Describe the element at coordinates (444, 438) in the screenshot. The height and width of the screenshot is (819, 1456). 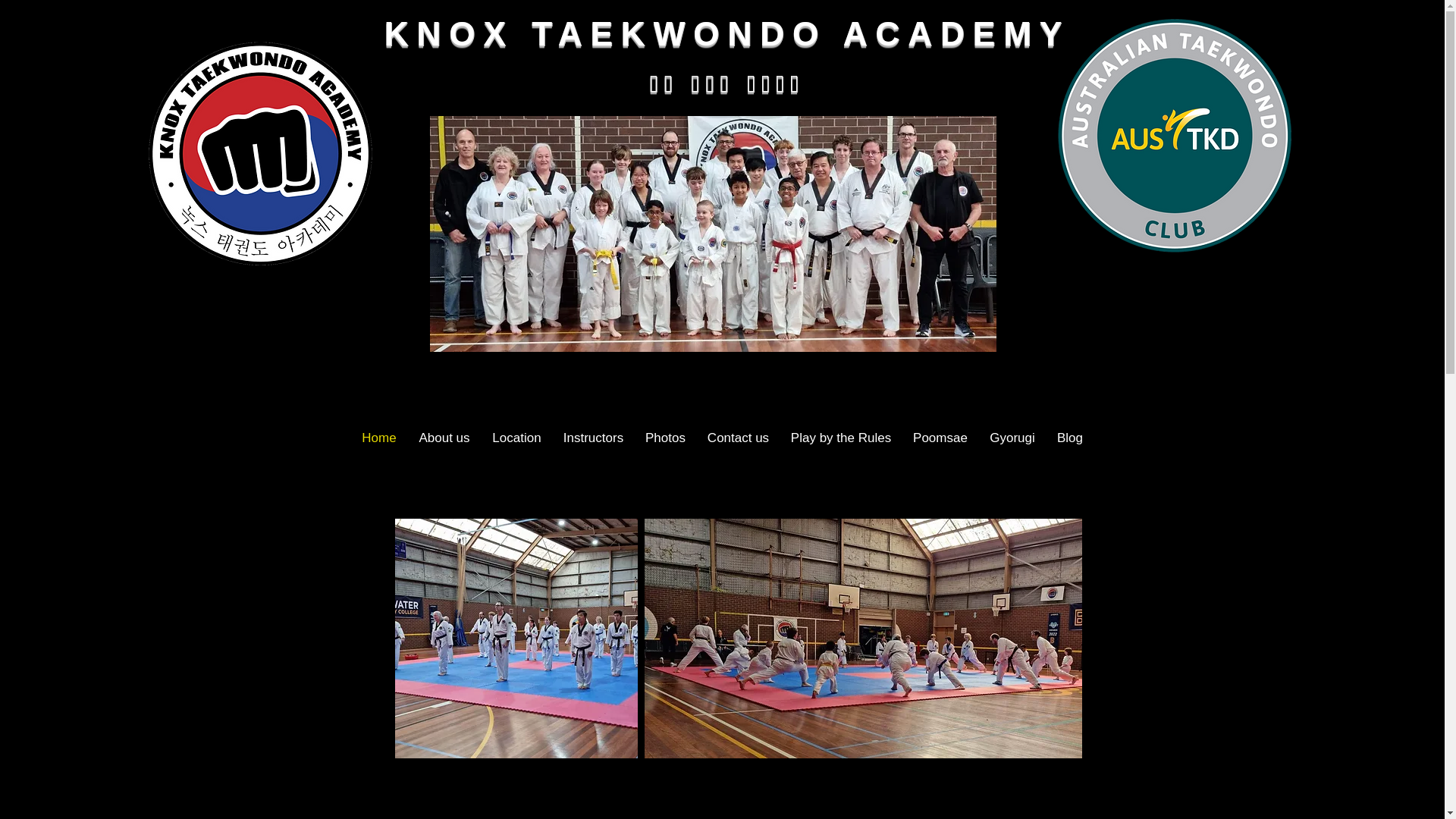
I see `'About us'` at that location.